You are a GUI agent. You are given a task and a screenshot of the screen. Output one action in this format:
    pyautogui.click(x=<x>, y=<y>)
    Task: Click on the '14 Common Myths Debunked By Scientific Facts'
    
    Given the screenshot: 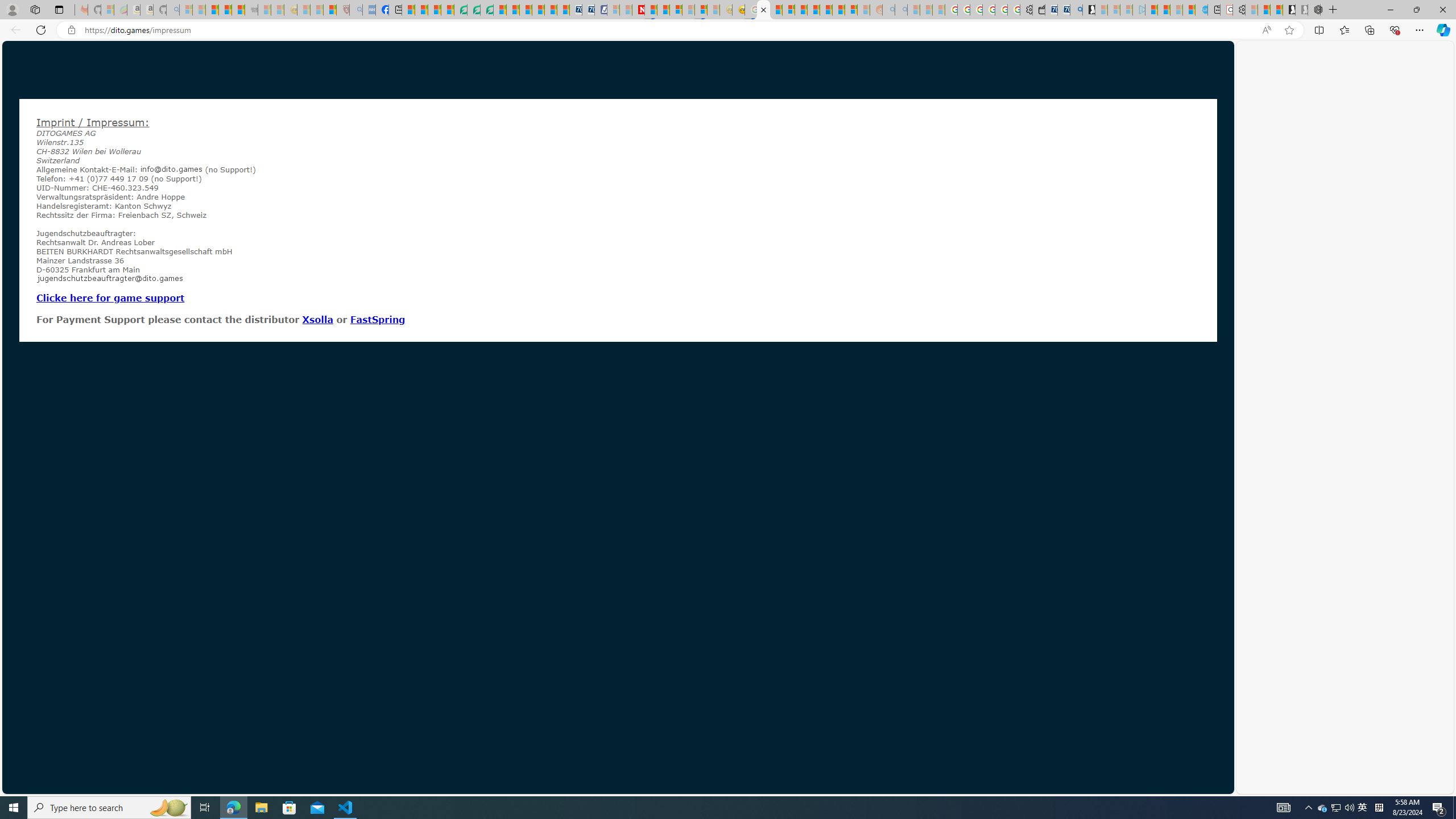 What is the action you would take?
    pyautogui.click(x=663, y=9)
    